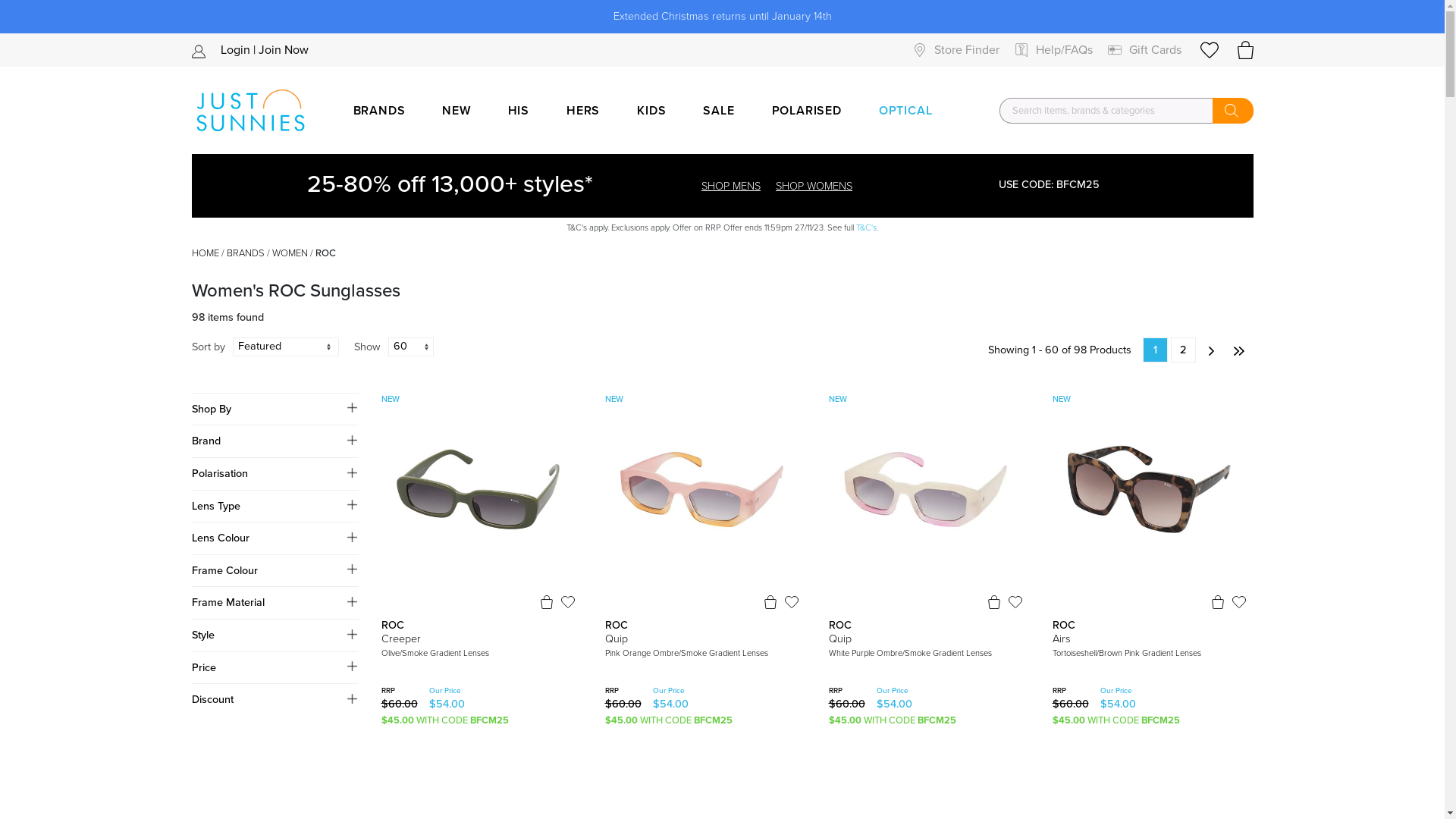  Describe the element at coordinates (717, 109) in the screenshot. I see `'SALE'` at that location.